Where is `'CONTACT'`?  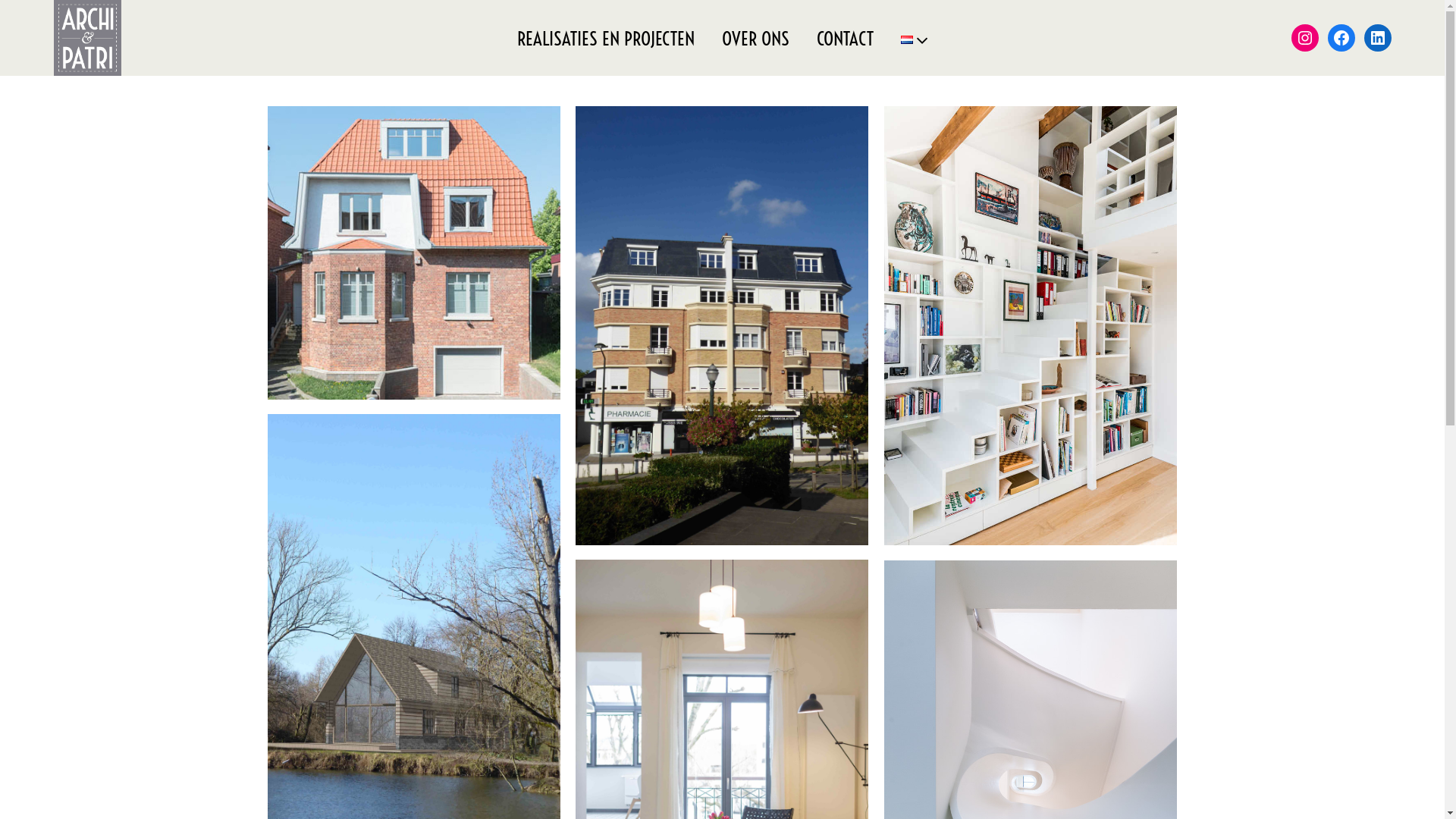 'CONTACT' is located at coordinates (844, 36).